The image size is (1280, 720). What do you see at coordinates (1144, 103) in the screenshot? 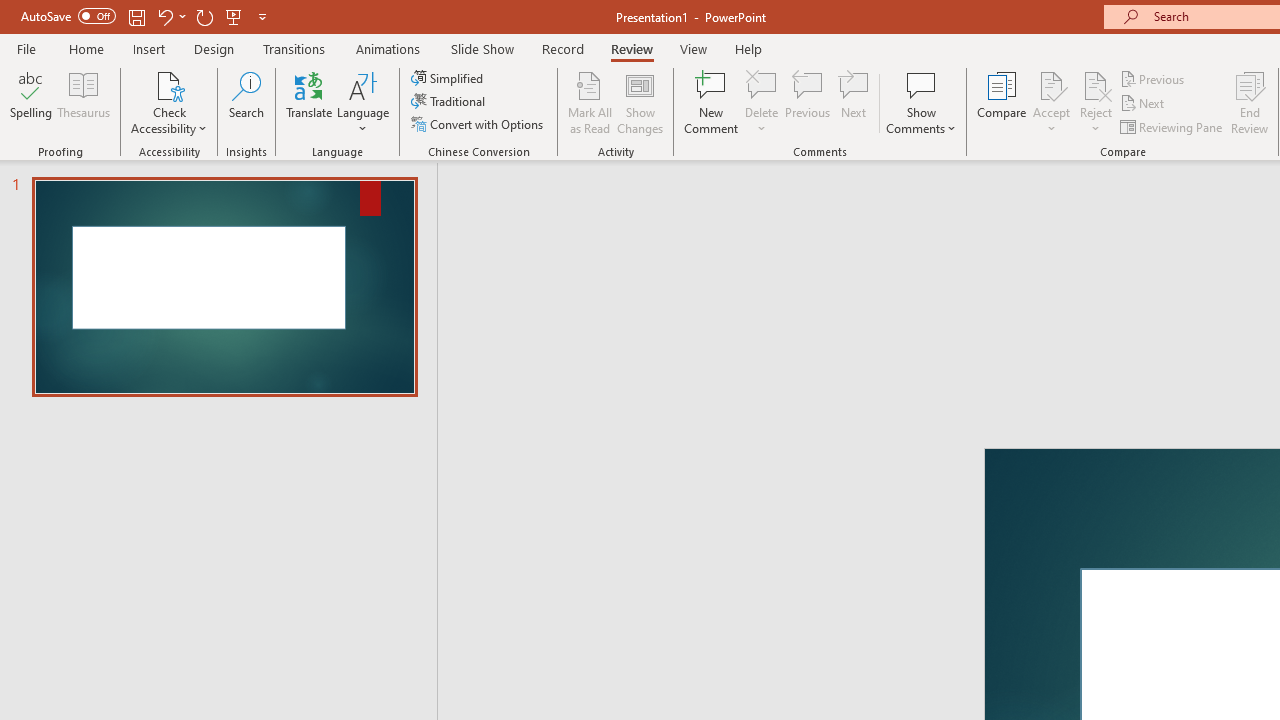
I see `'Next'` at bounding box center [1144, 103].